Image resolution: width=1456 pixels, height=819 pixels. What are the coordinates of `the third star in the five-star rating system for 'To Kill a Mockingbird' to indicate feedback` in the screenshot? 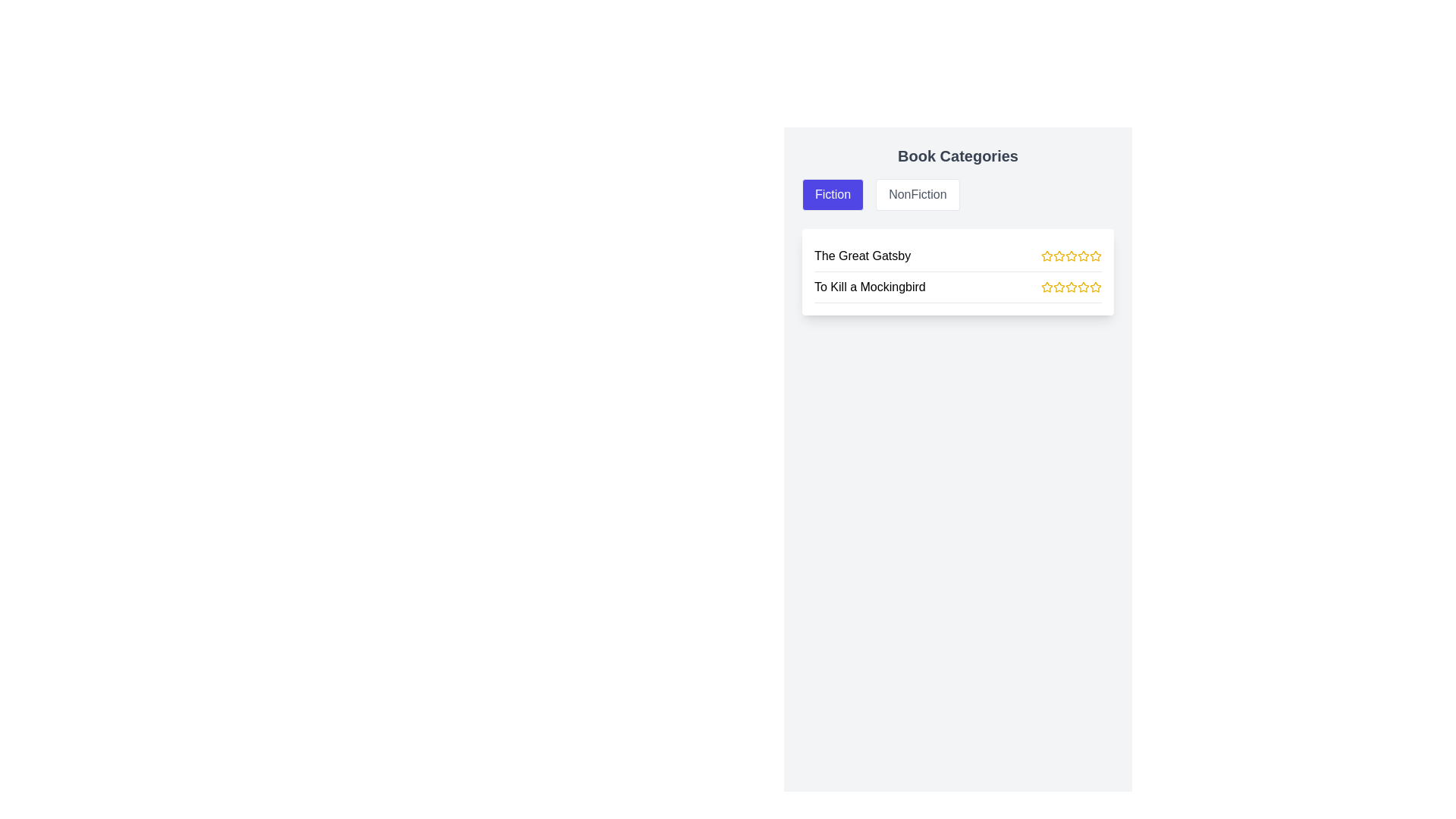 It's located at (1070, 287).